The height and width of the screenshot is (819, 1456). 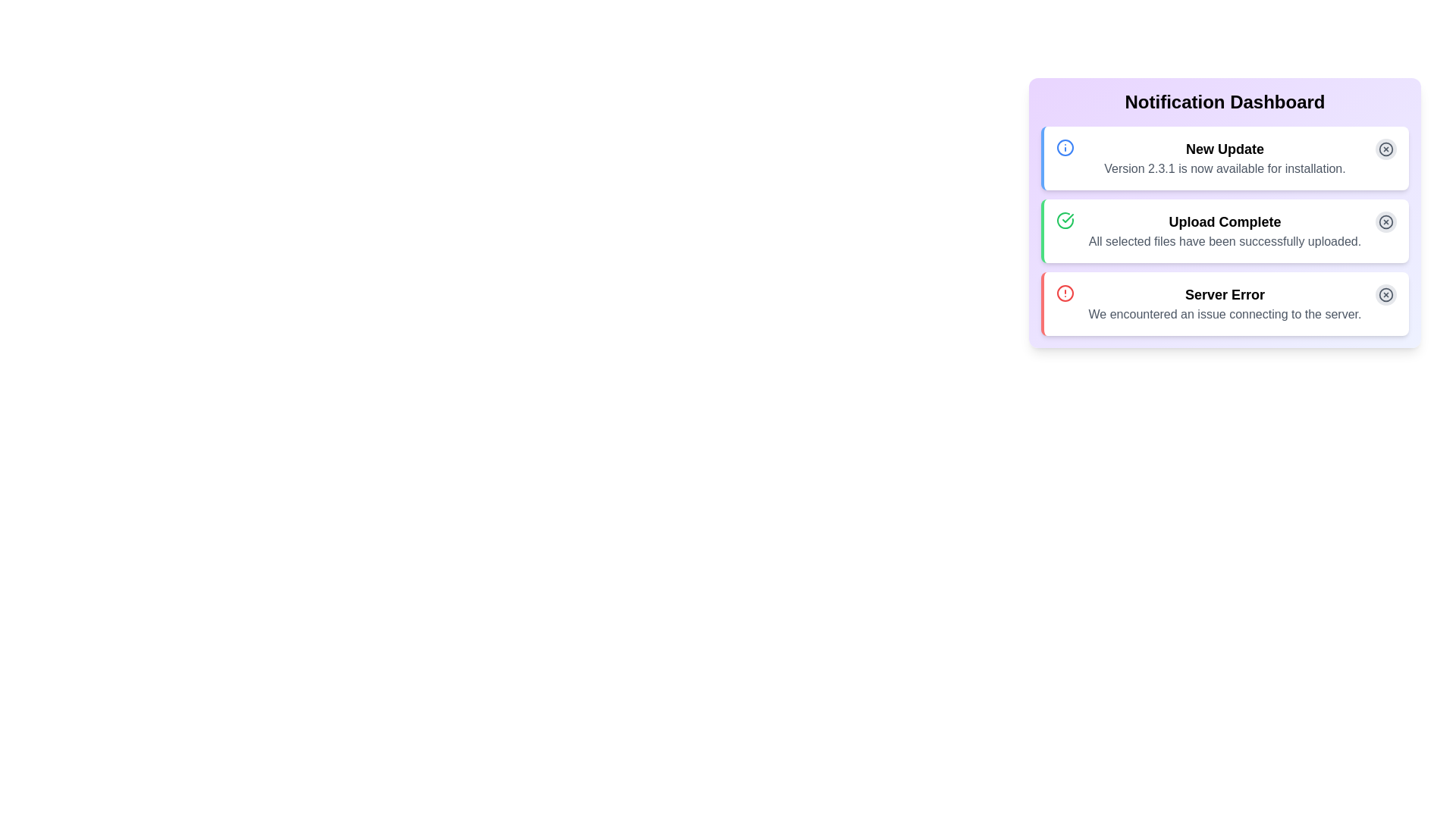 I want to click on the circular icon button with a gray cross symbol located next to the 'New Update' header, so click(x=1386, y=149).